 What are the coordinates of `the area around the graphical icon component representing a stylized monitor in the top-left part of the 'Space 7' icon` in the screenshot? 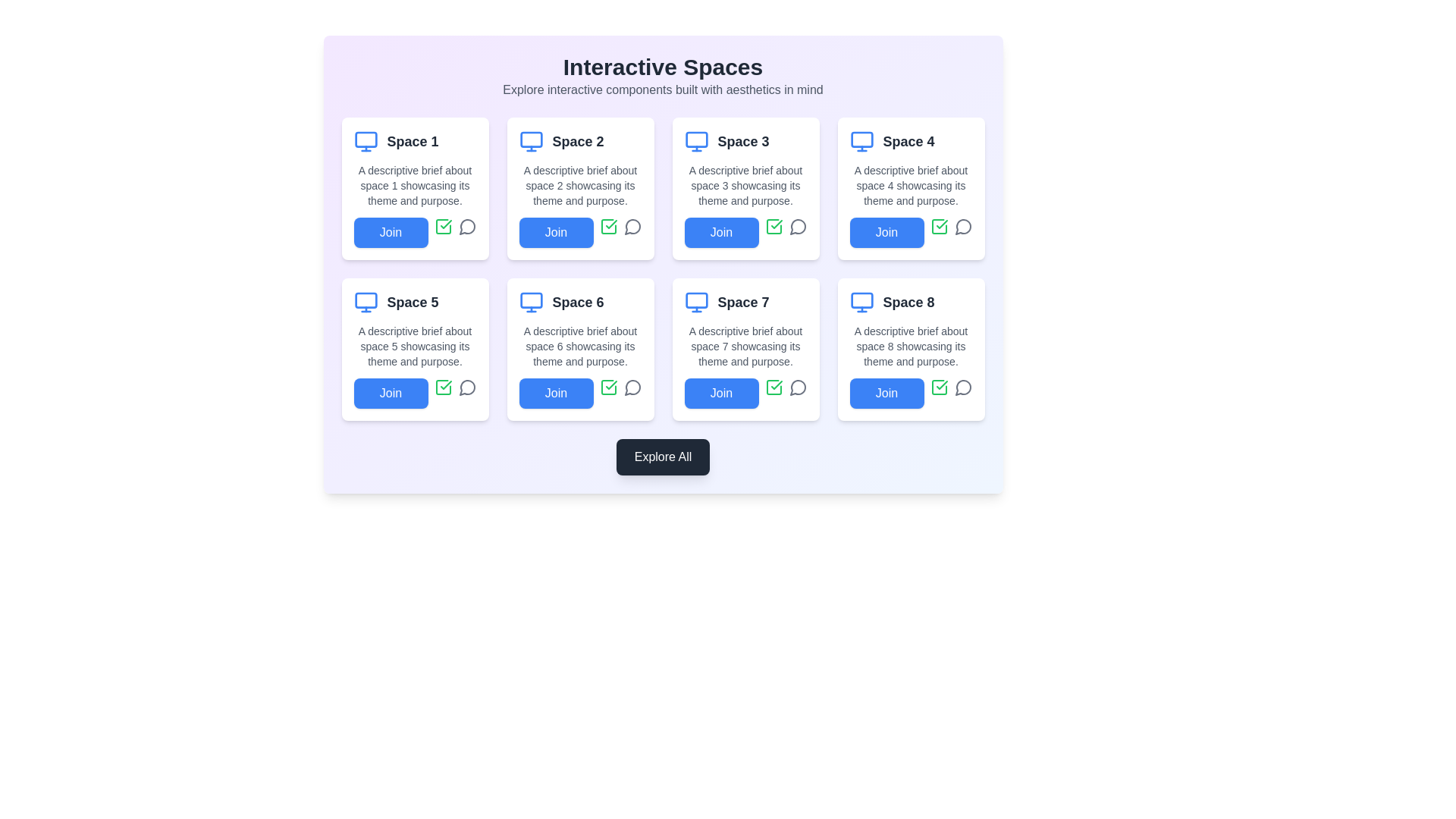 It's located at (695, 300).